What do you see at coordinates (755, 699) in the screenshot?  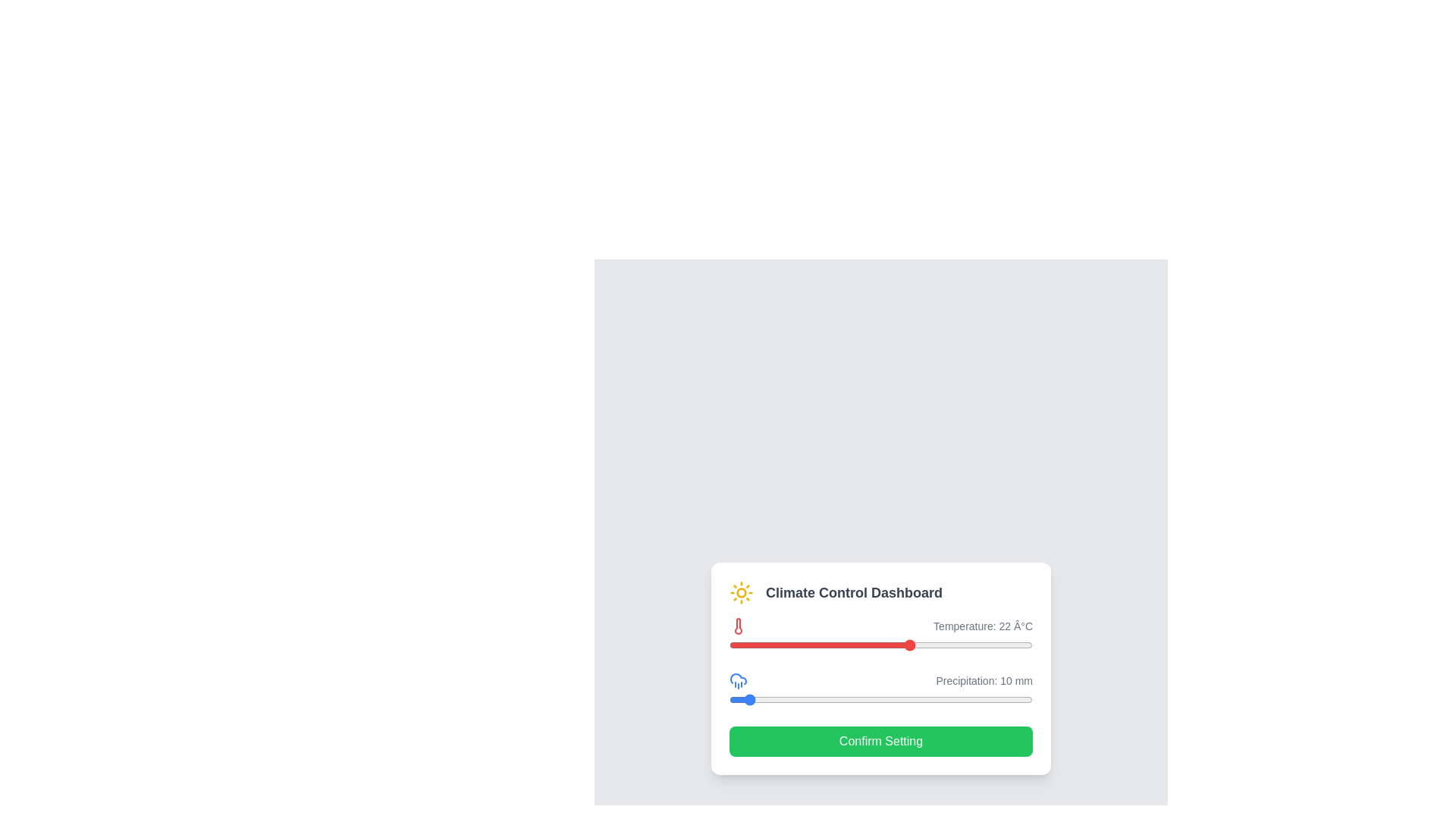 I see `the precipitation slider to 17 mm` at bounding box center [755, 699].